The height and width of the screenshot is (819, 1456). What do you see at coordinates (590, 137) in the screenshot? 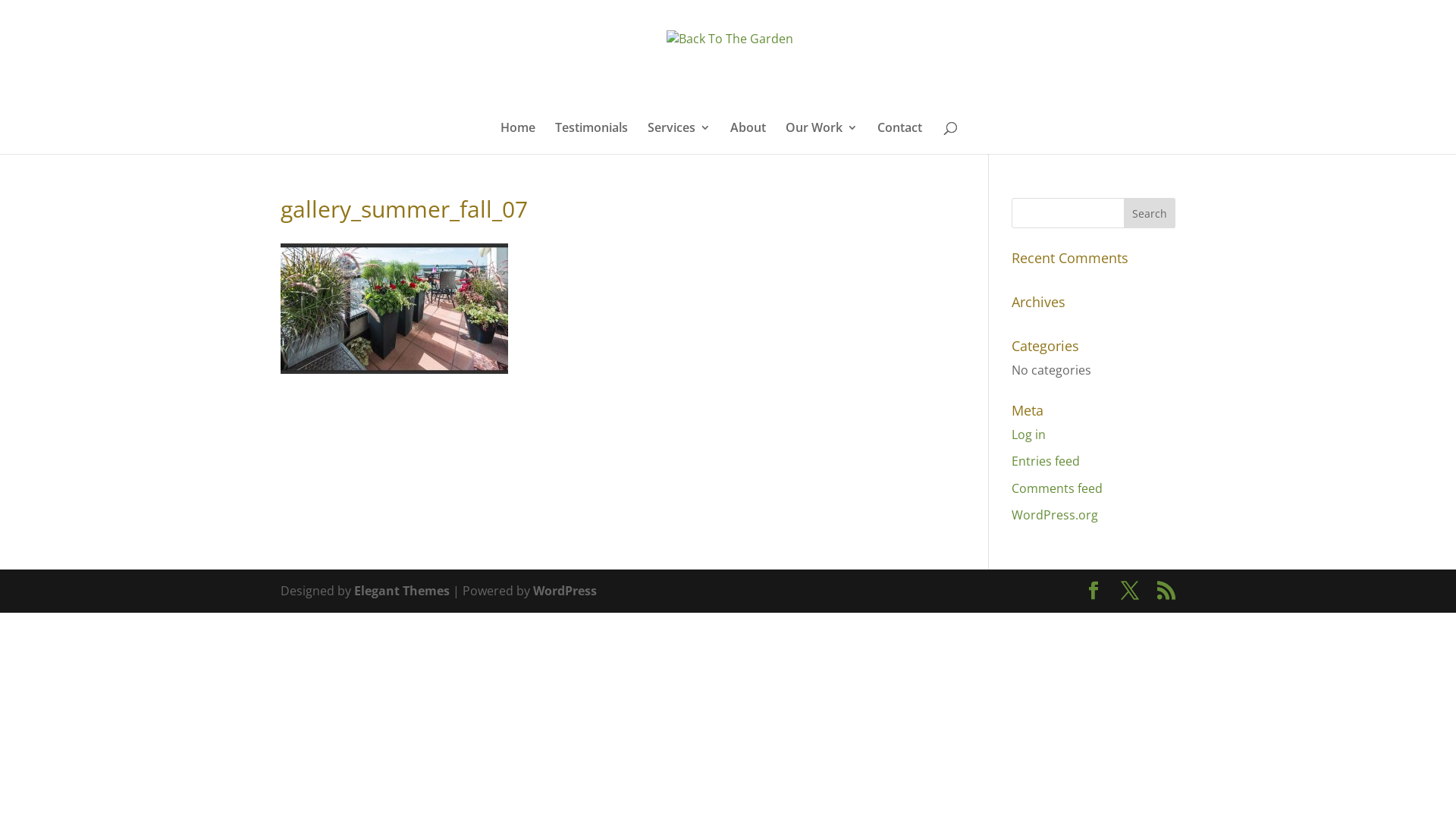
I see `'Testimonials'` at bounding box center [590, 137].